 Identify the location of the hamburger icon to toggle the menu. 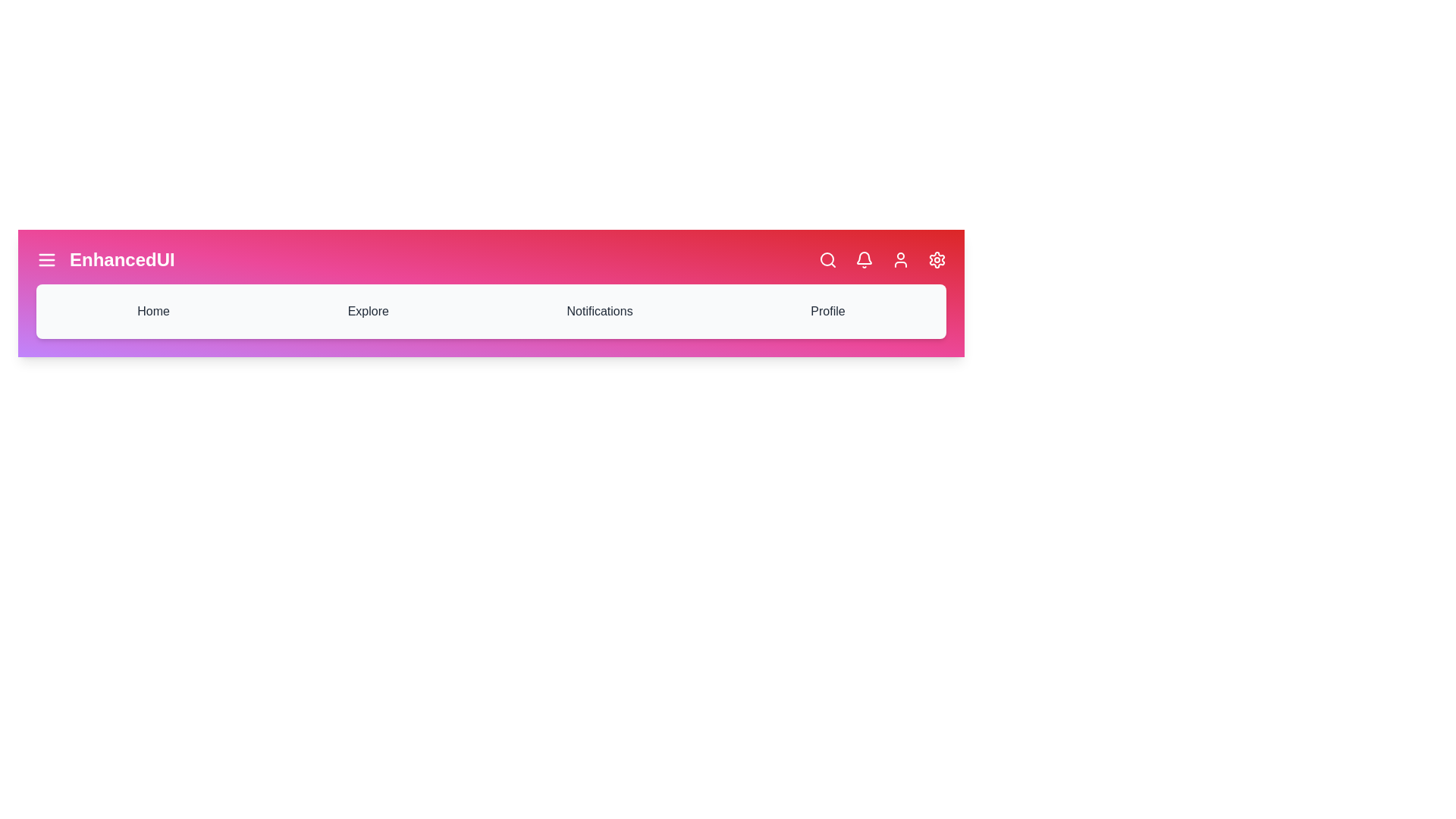
(47, 259).